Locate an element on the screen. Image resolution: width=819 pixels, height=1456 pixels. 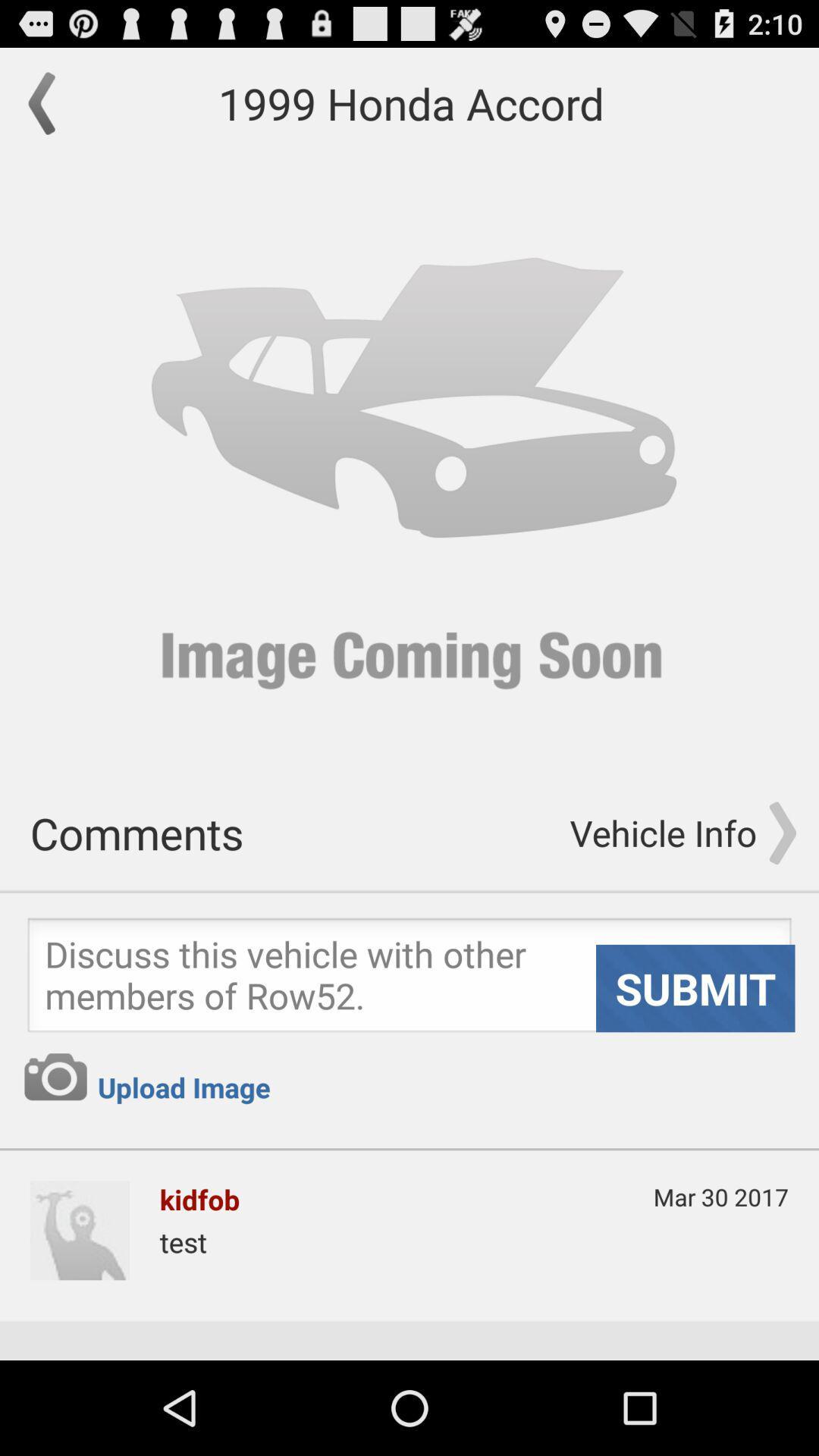
submit option is located at coordinates (409, 979).